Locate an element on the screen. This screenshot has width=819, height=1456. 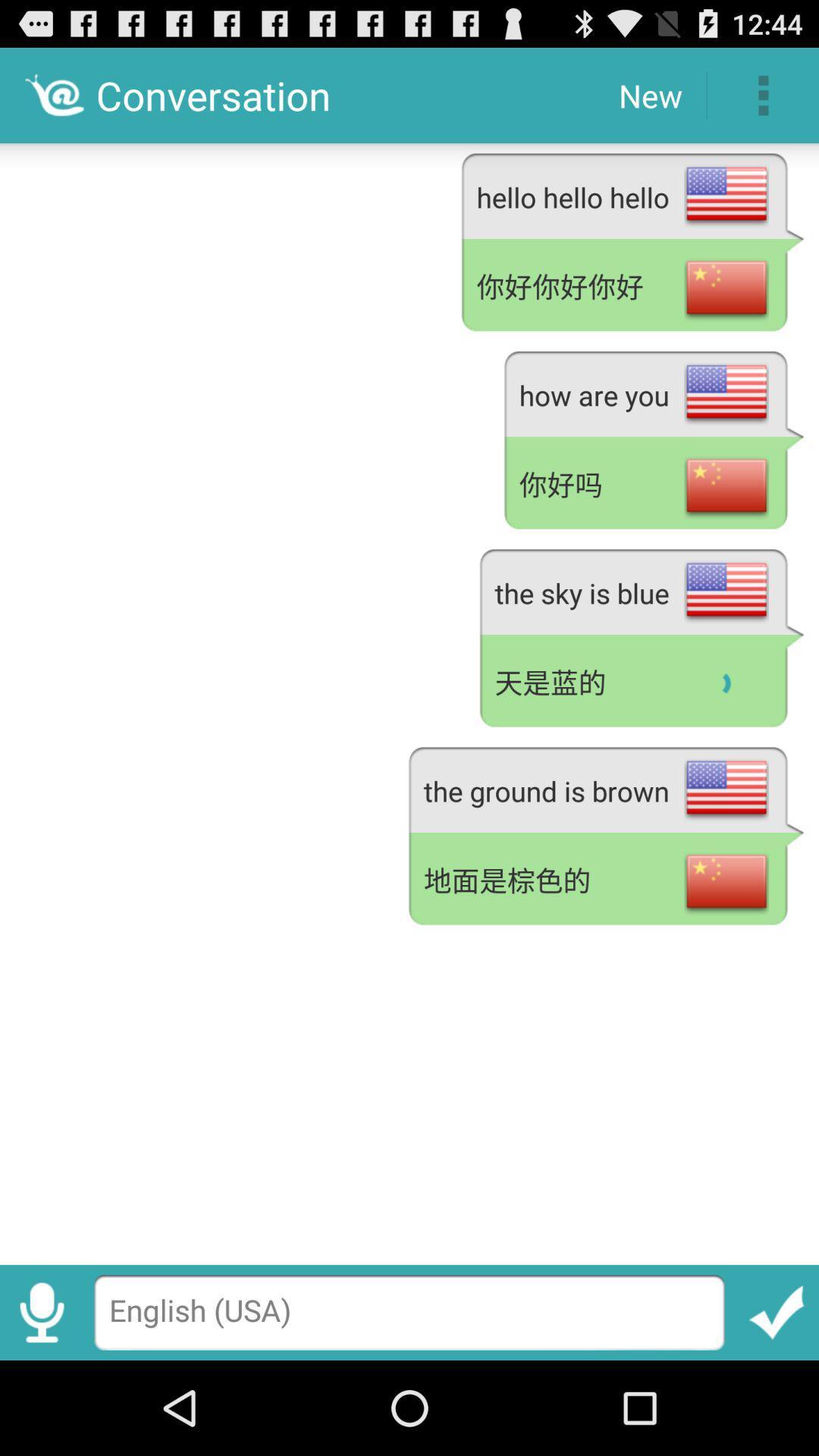
the app above the how are you is located at coordinates (632, 287).